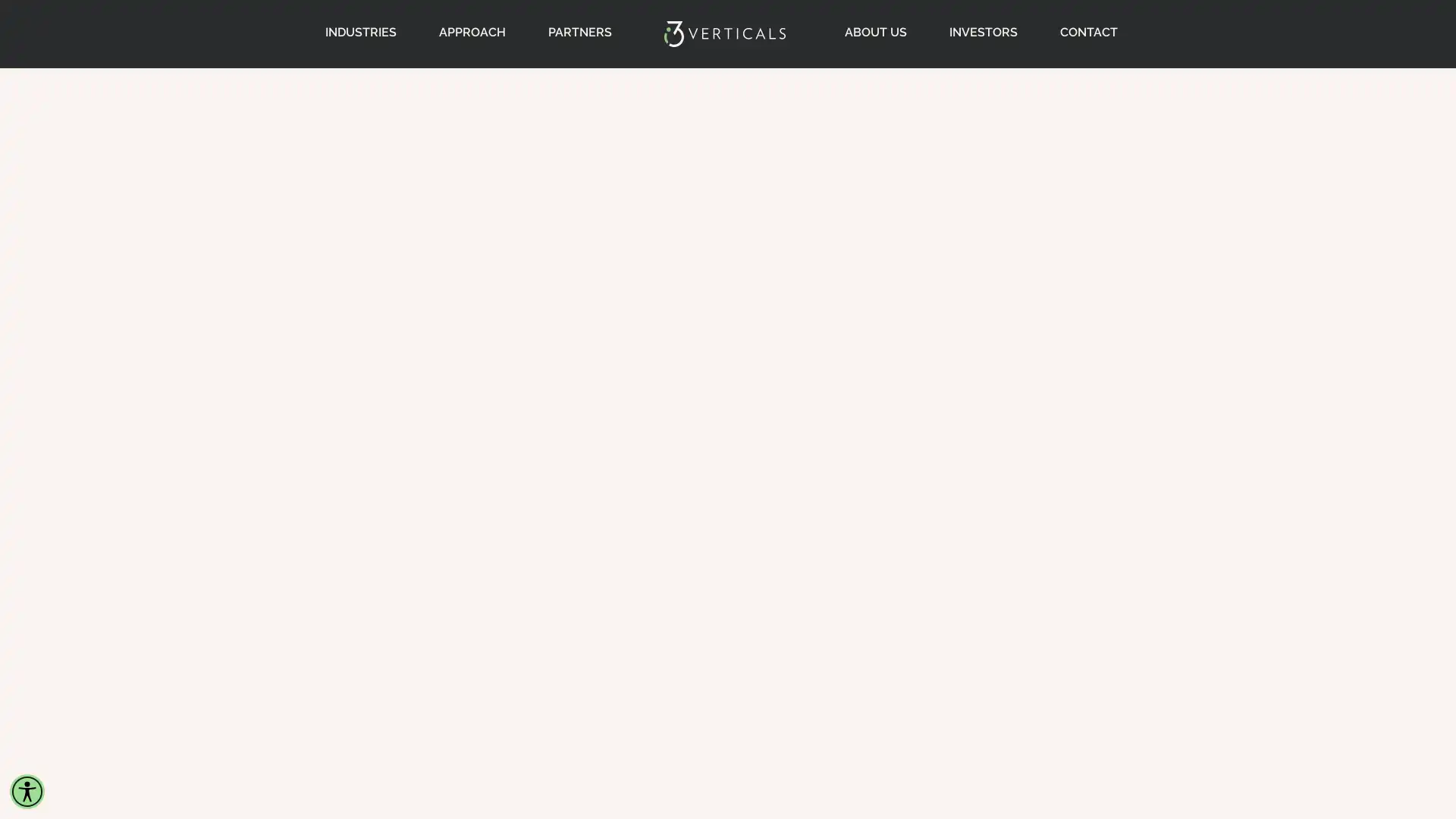  Describe the element at coordinates (27, 791) in the screenshot. I see `Accessibility Menu` at that location.